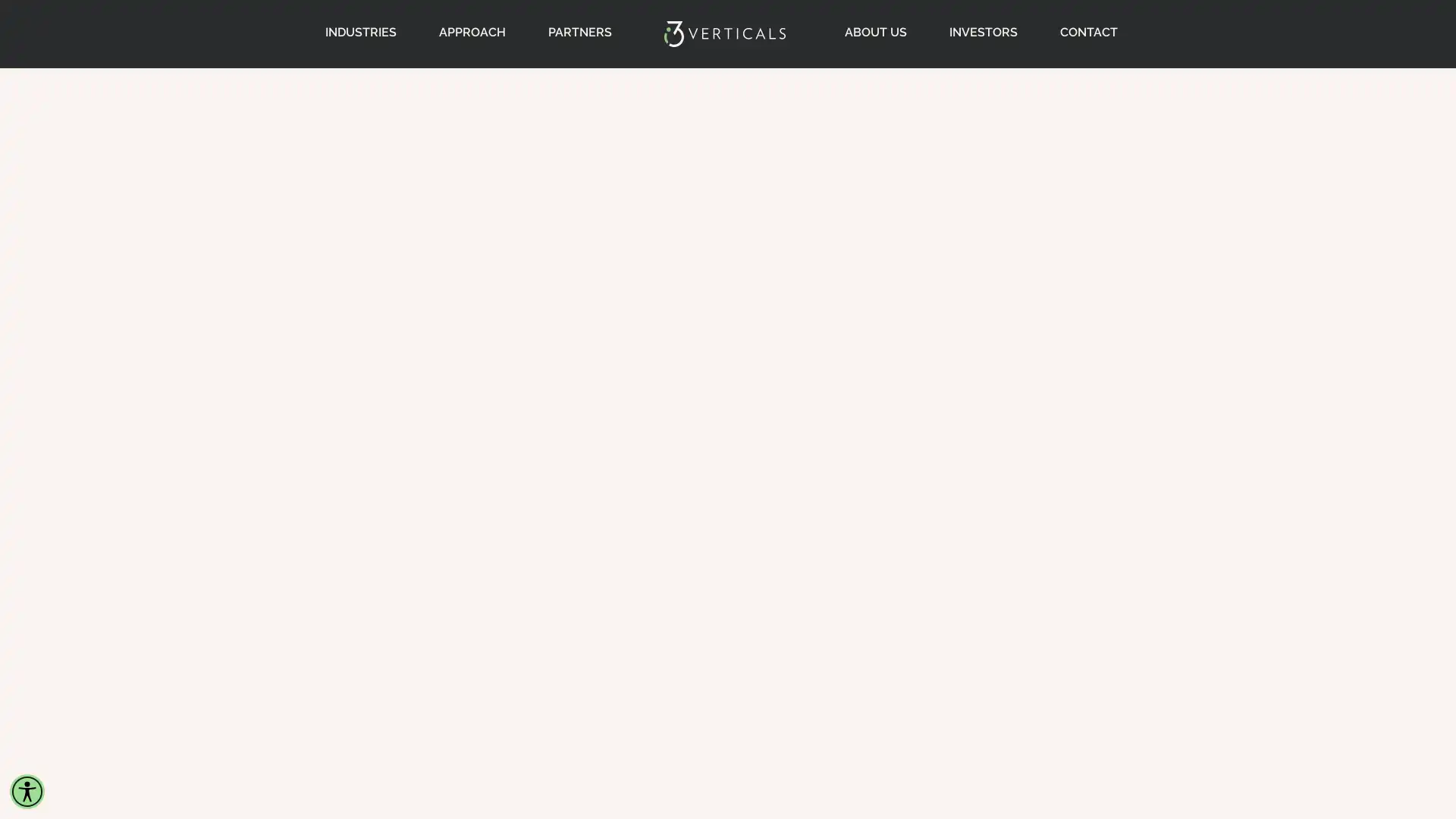  Describe the element at coordinates (27, 791) in the screenshot. I see `Accessibility Menu` at that location.